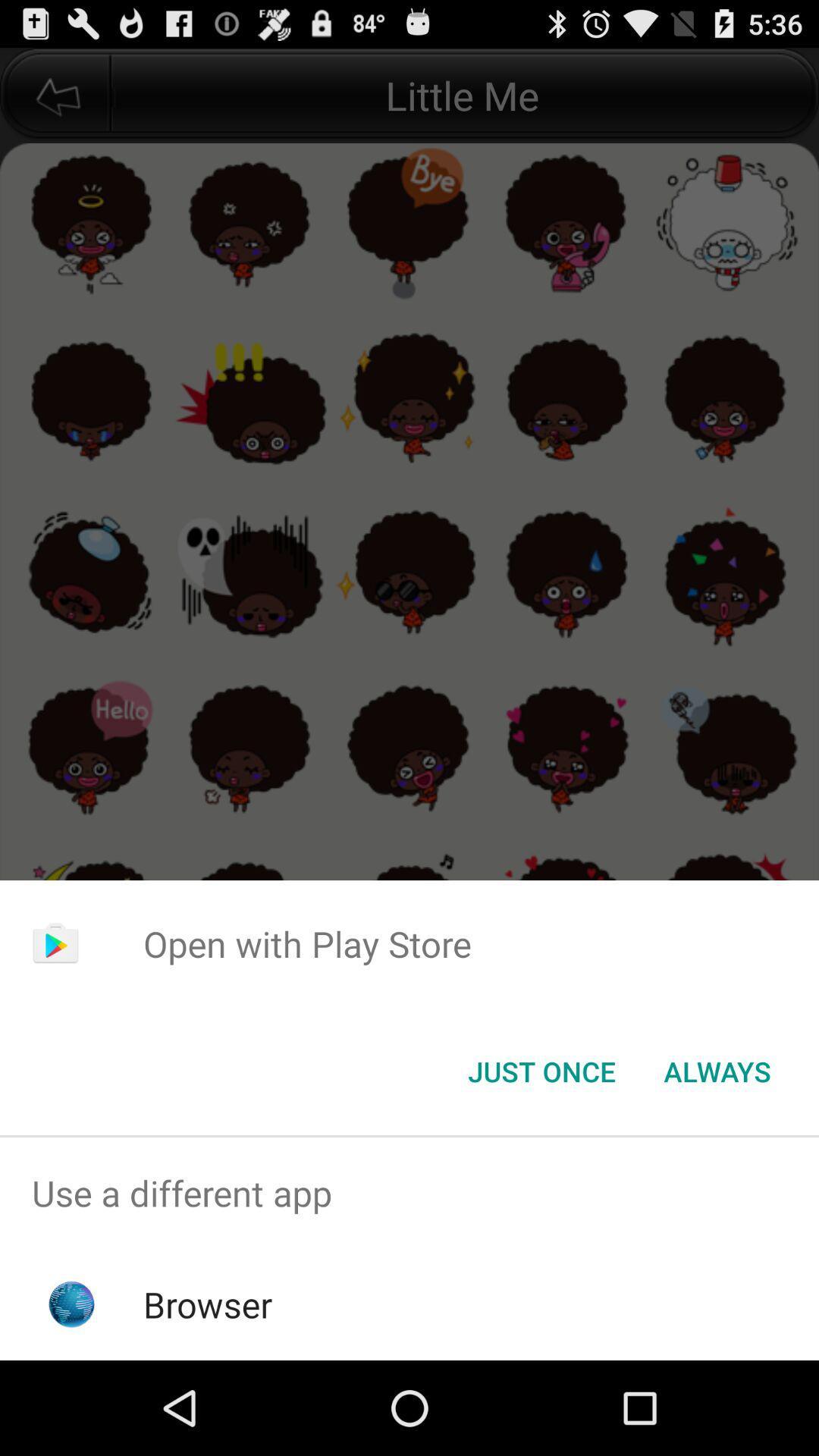 The width and height of the screenshot is (819, 1456). I want to click on the browser, so click(208, 1304).